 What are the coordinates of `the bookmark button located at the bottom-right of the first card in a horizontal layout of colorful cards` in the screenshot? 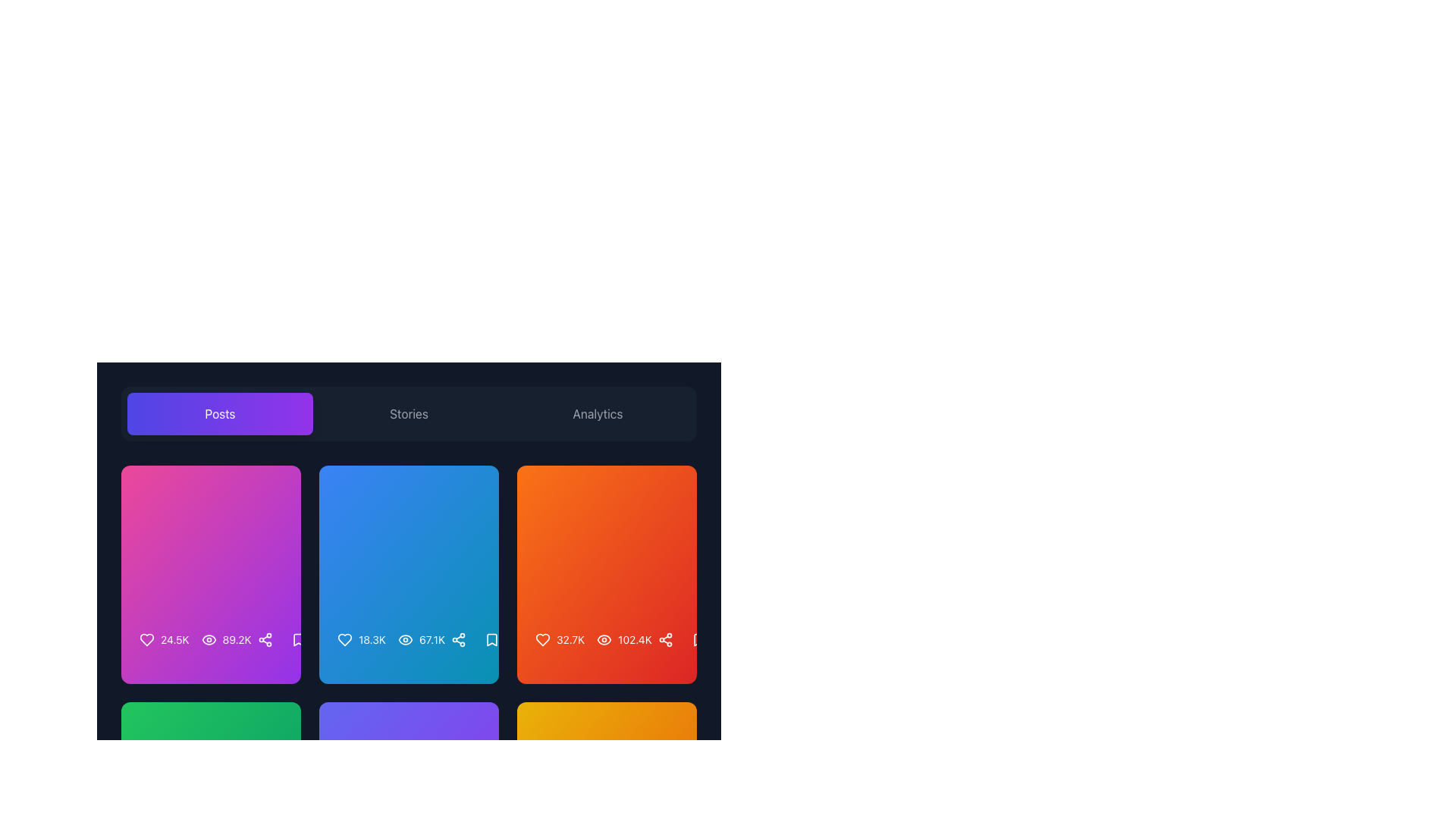 It's located at (298, 640).